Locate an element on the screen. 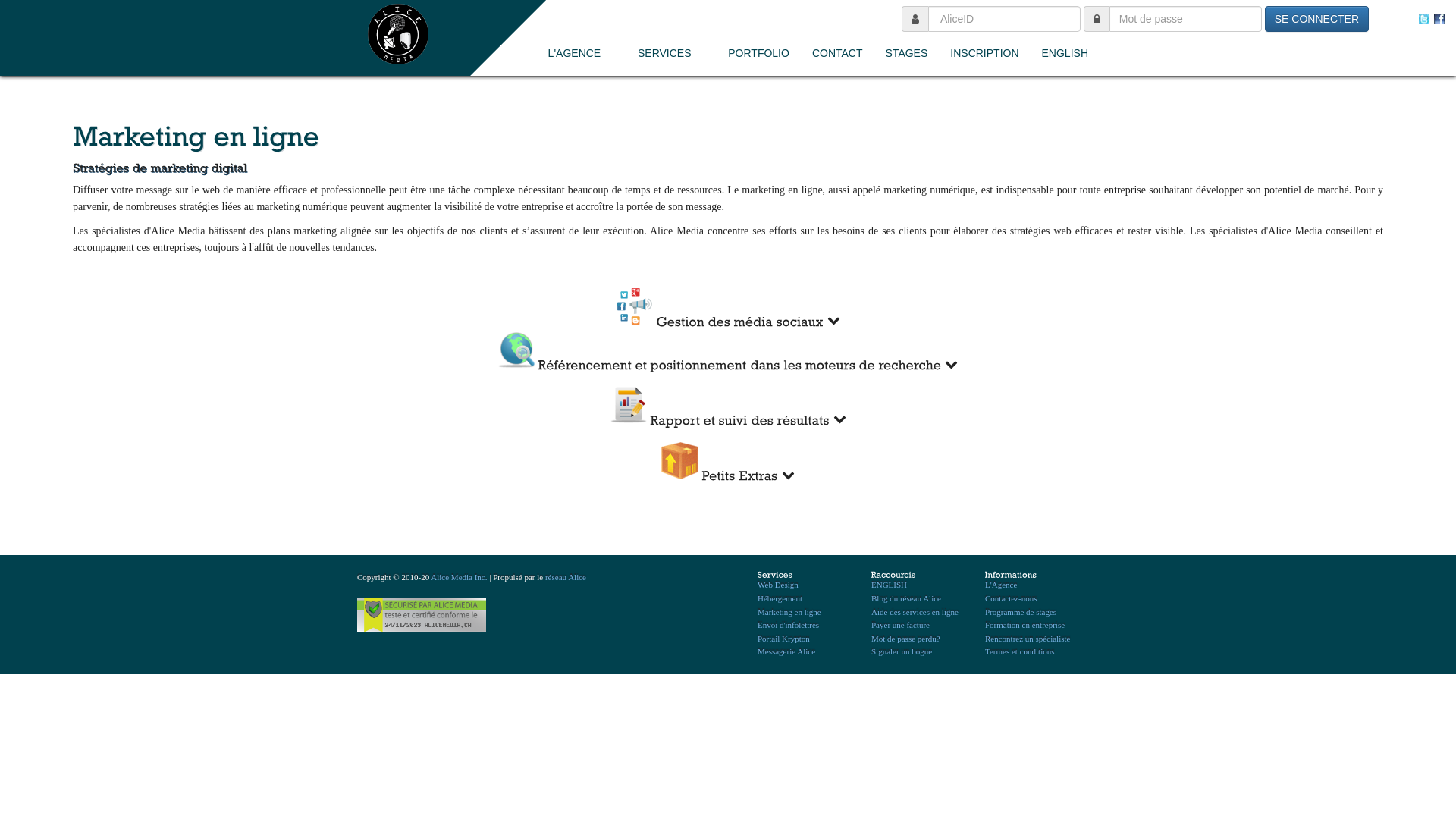 The width and height of the screenshot is (1456, 819). 'Messagerie Alice' is located at coordinates (757, 651).